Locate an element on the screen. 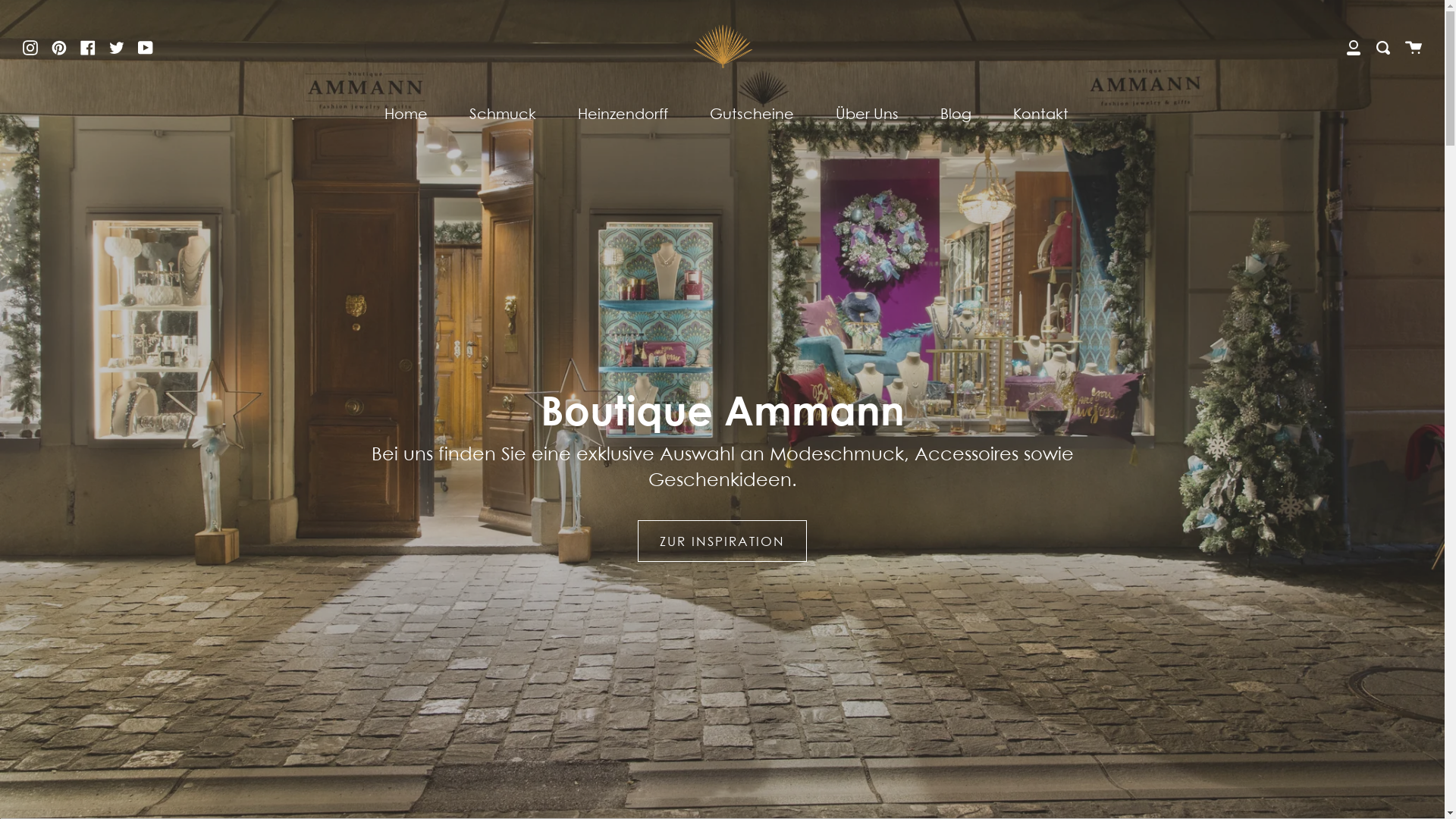 This screenshot has height=819, width=1456. 'Blog' is located at coordinates (934, 113).